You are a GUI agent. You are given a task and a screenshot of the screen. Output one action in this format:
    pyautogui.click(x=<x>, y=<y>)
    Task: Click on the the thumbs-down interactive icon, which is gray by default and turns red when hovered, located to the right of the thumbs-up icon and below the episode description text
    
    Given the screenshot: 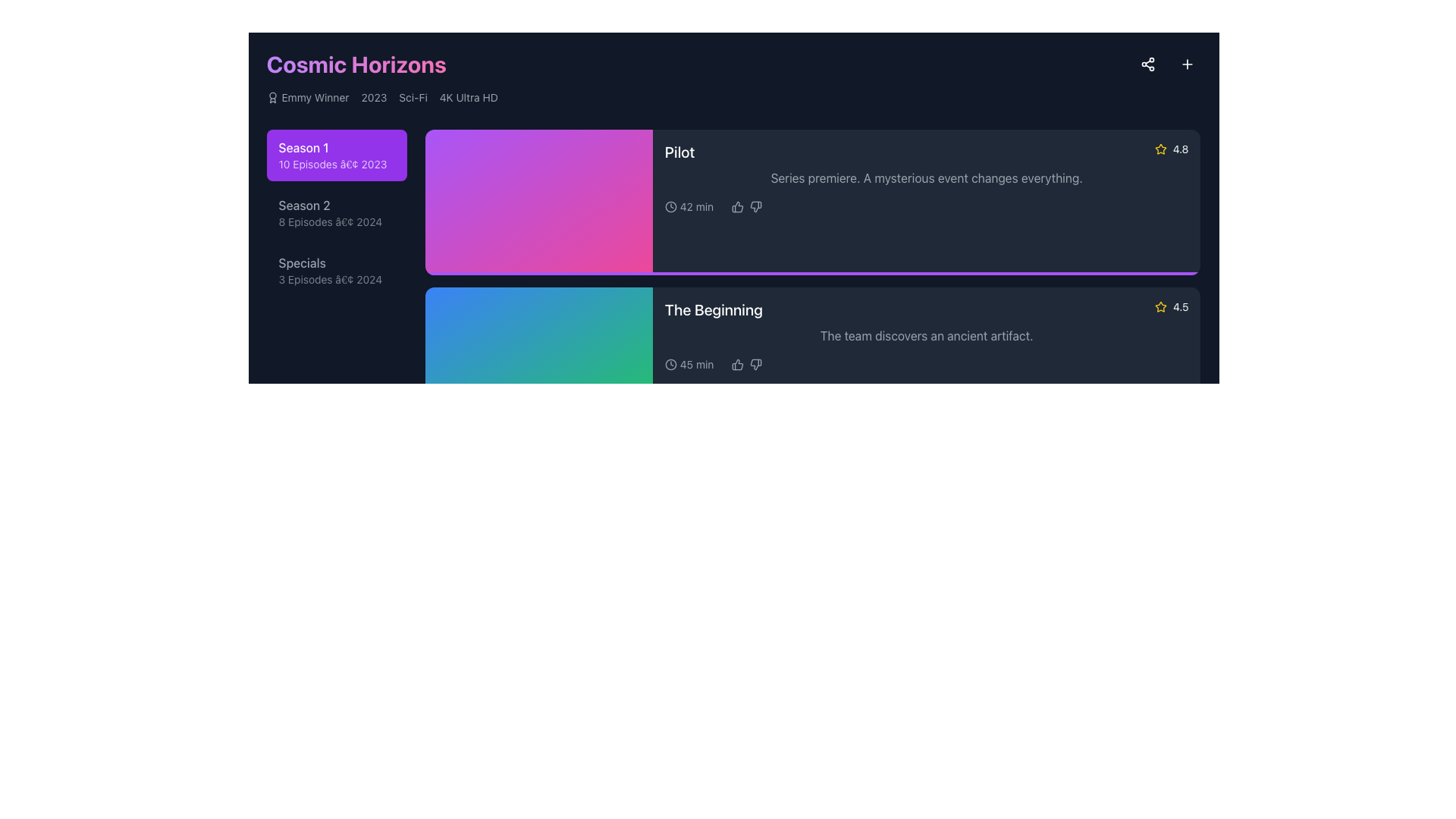 What is the action you would take?
    pyautogui.click(x=756, y=207)
    